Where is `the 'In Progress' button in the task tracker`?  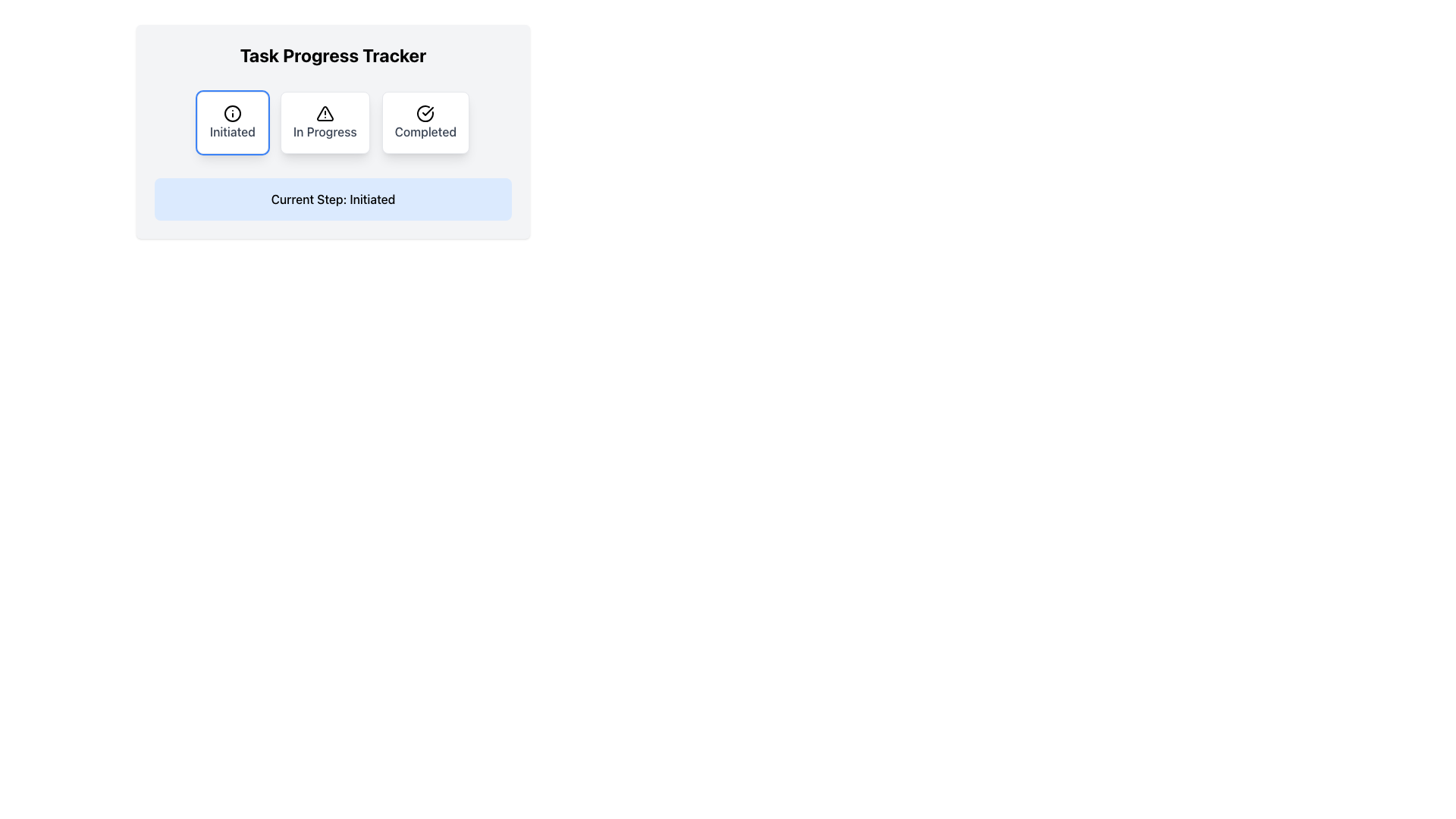
the 'In Progress' button in the task tracker is located at coordinates (332, 122).